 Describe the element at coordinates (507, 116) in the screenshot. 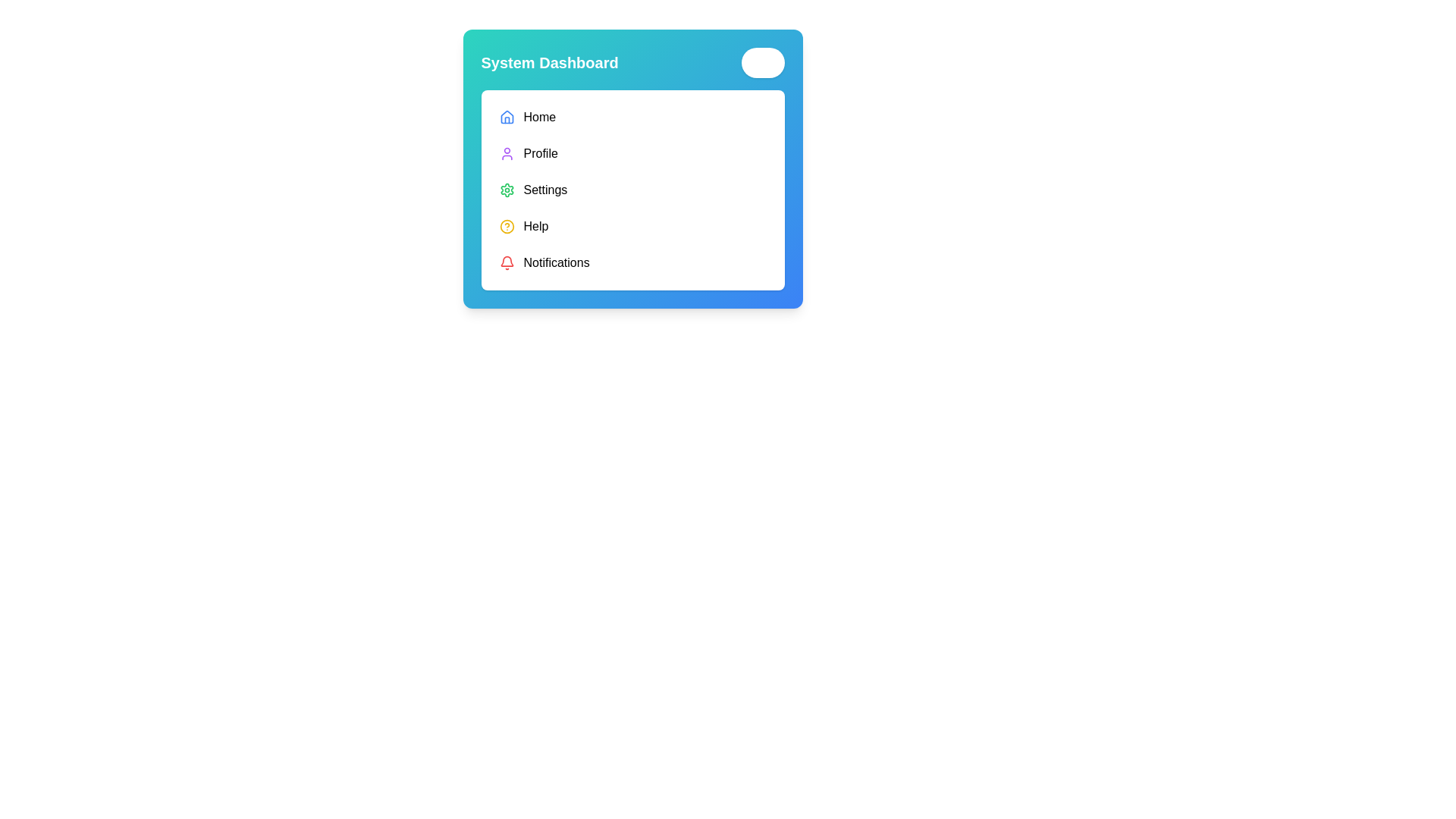

I see `the house-shaped icon component located at the top-left corner of the interface, adjacent to the 'Home' label` at that location.